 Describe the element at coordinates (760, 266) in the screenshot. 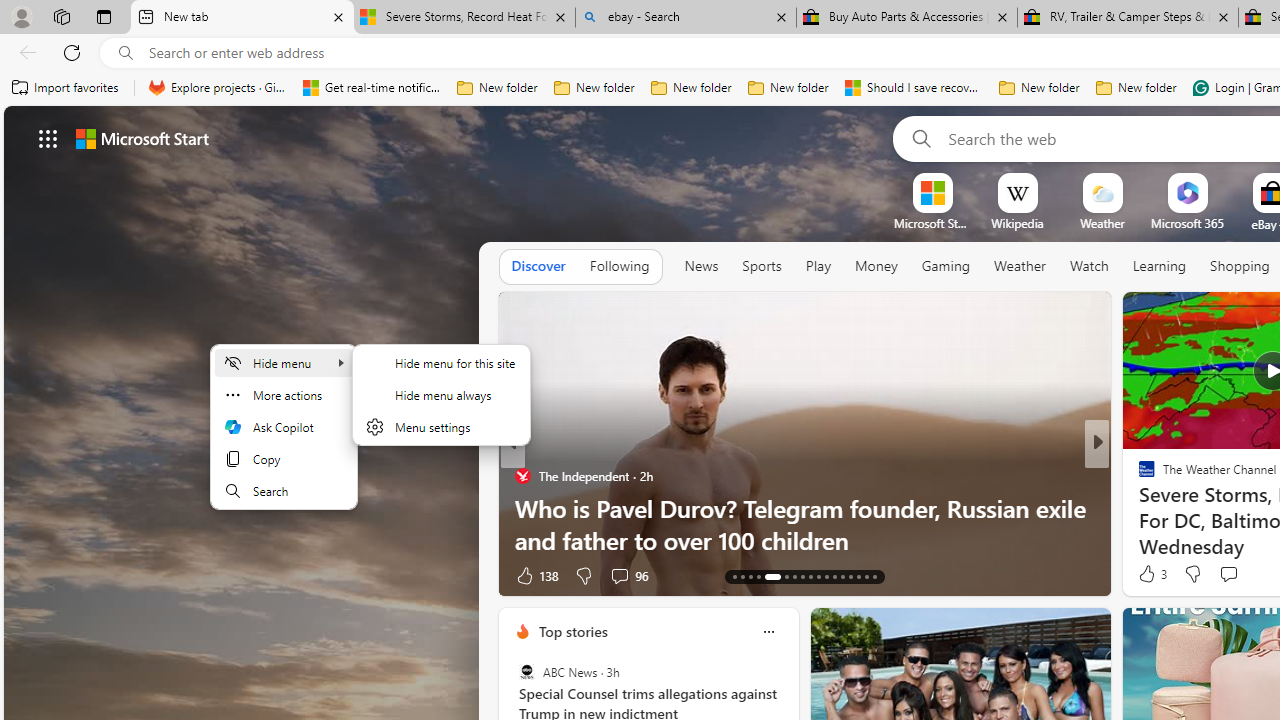

I see `'Sports'` at that location.